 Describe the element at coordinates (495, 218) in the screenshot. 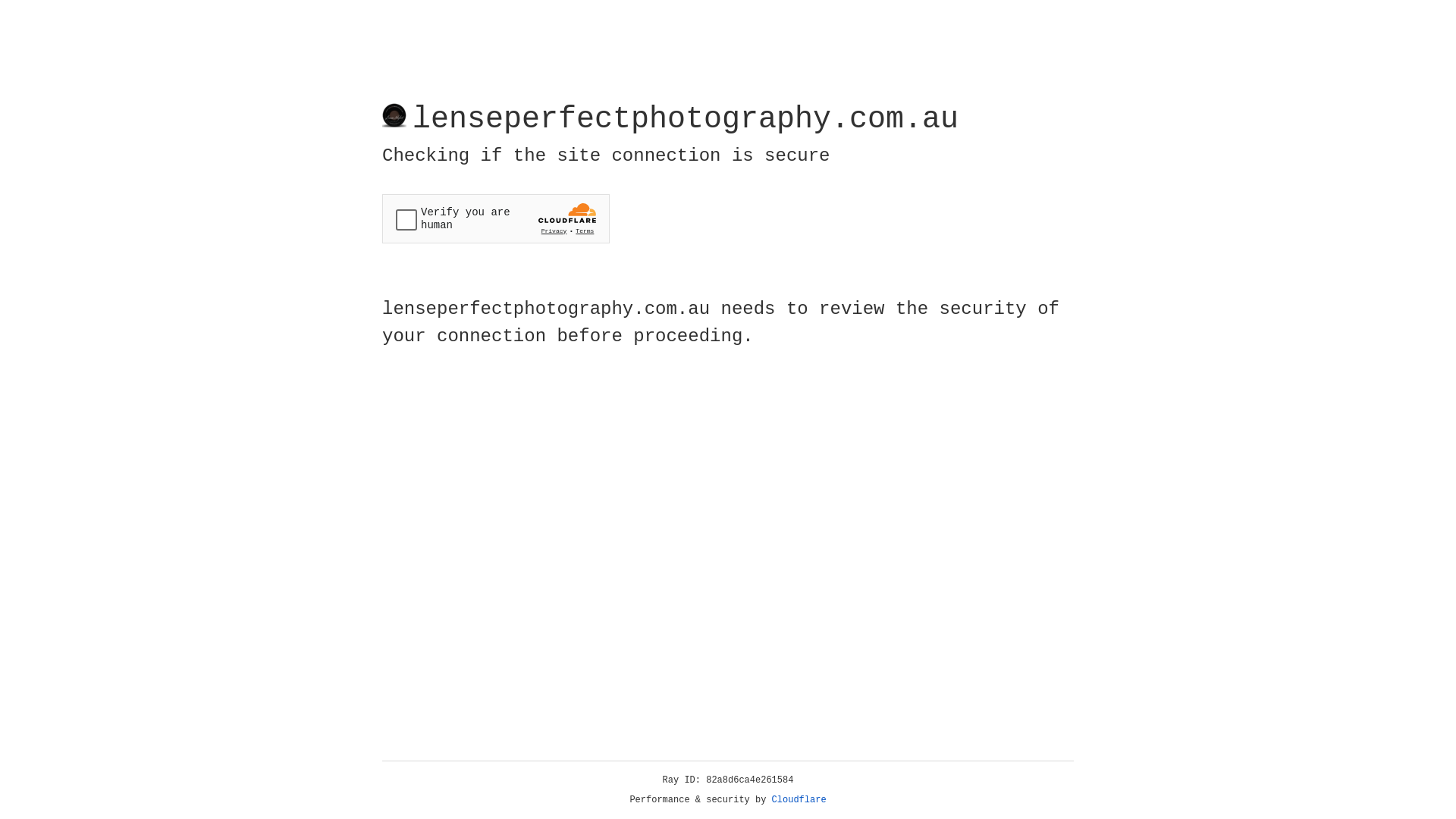

I see `'Widget containing a Cloudflare security challenge'` at that location.